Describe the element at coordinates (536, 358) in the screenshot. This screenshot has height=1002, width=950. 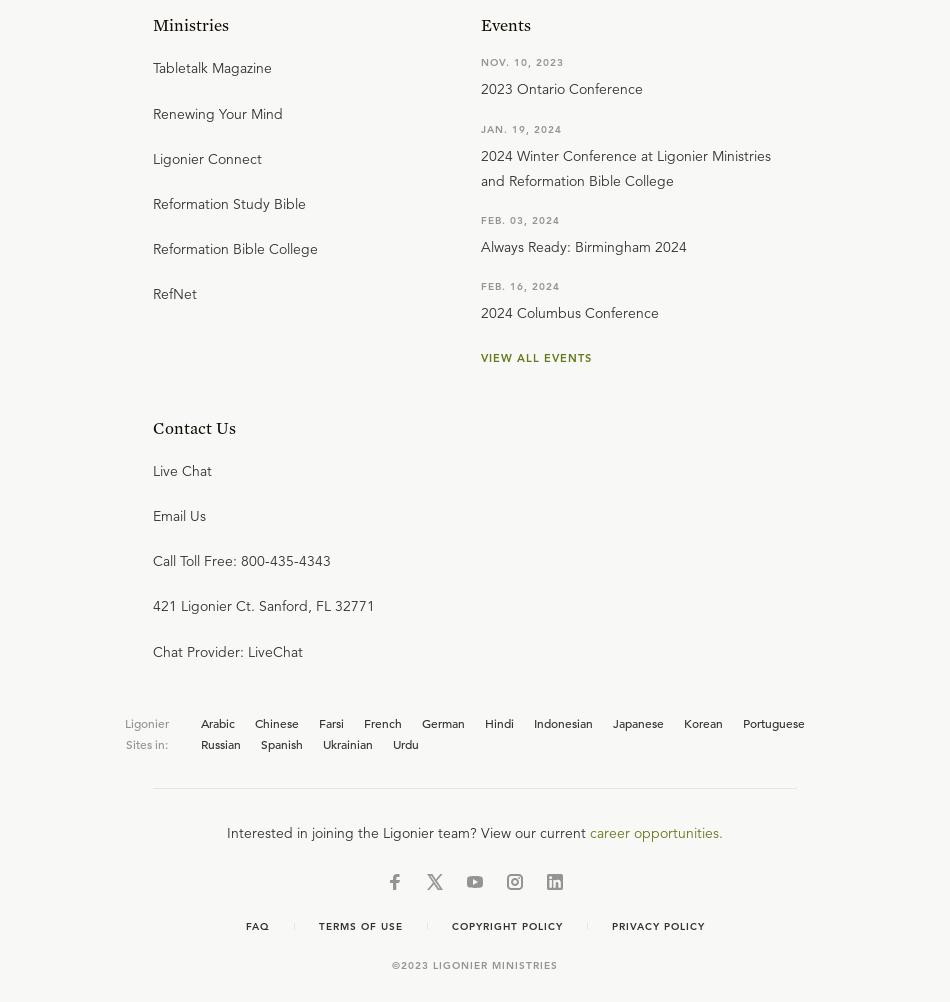
I see `'View all events'` at that location.